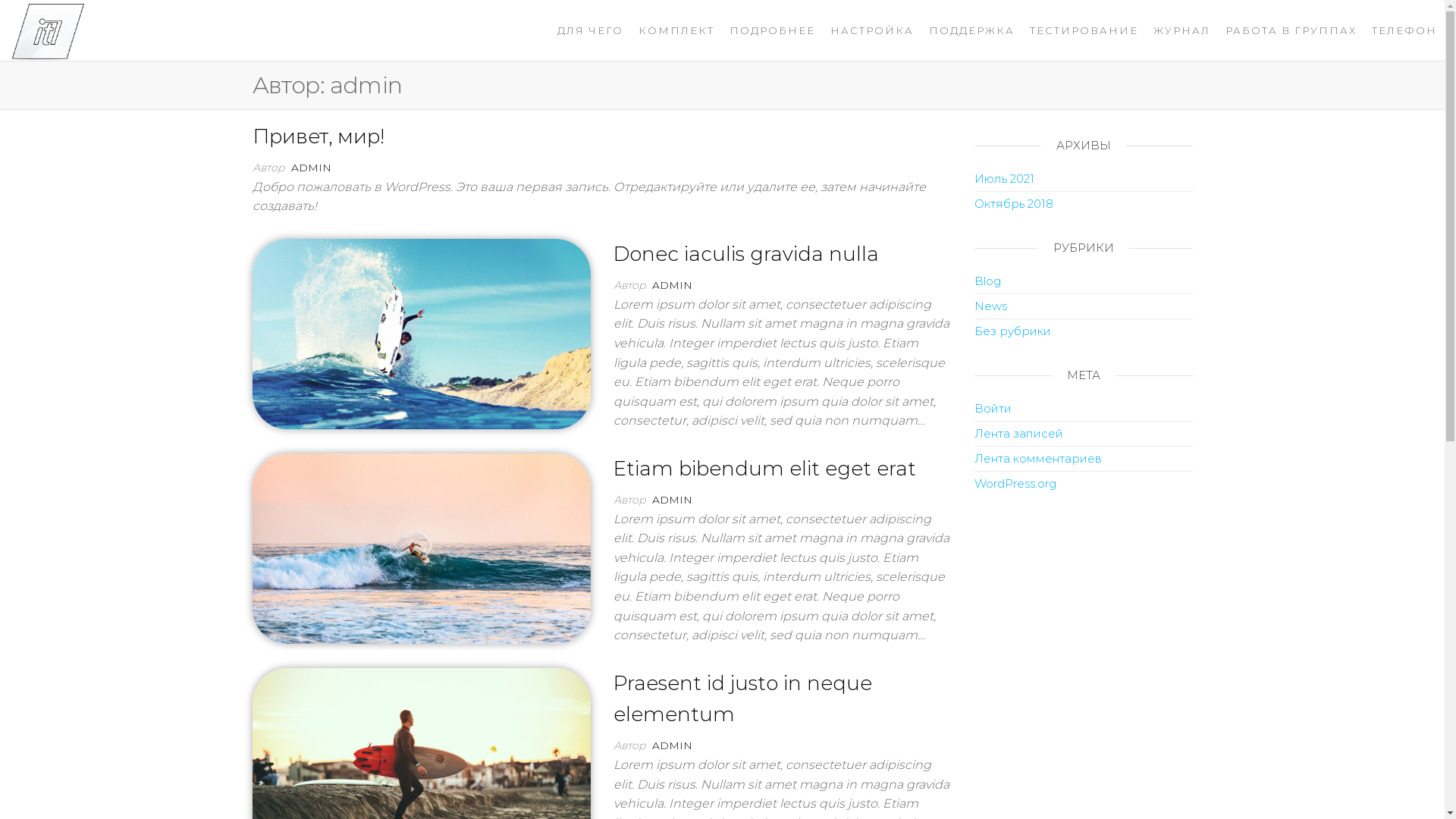  I want to click on 'Blog', so click(987, 281).